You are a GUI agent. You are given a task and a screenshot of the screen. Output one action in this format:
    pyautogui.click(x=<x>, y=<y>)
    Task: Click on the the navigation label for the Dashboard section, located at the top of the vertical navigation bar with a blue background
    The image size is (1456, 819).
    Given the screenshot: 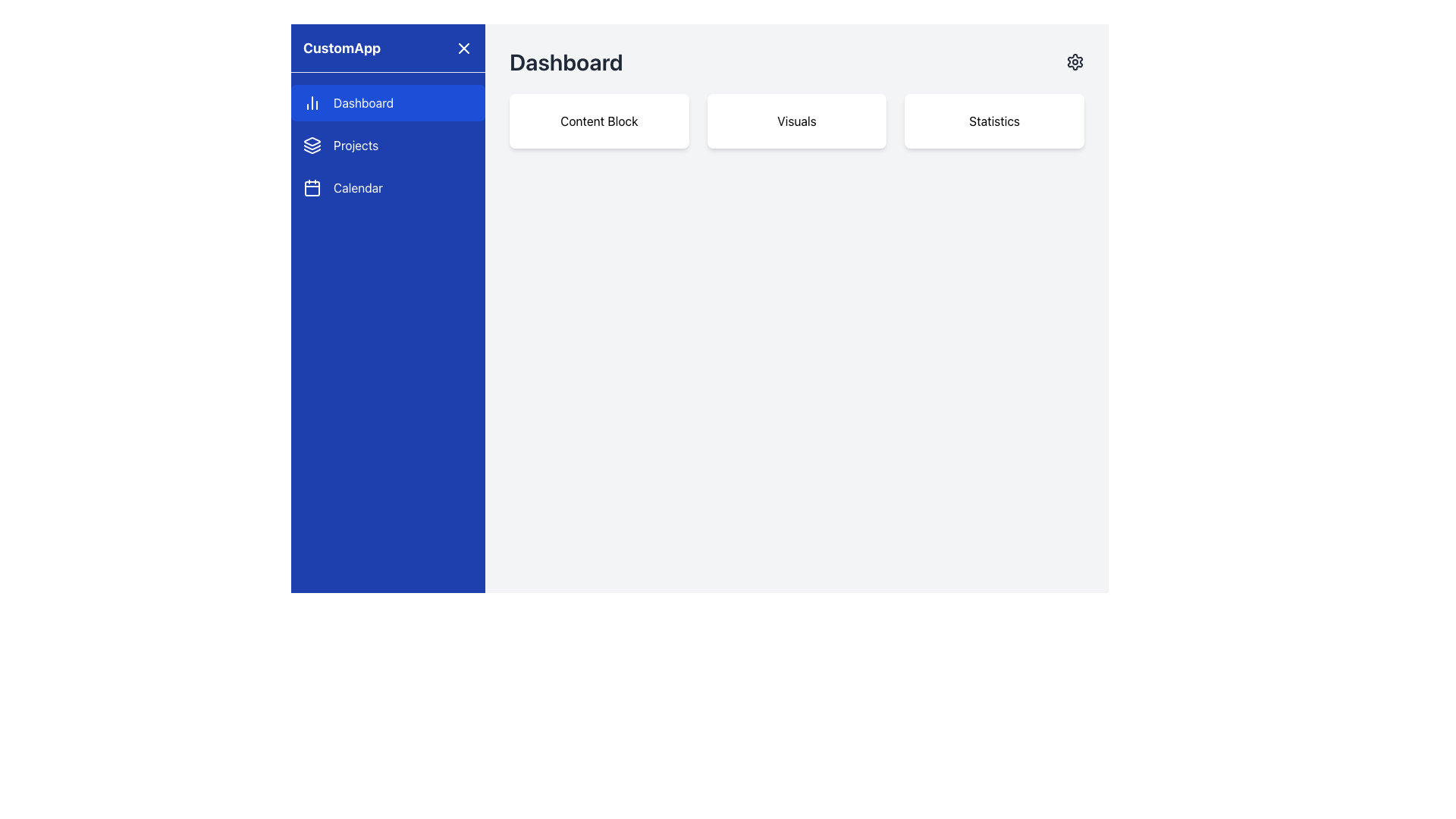 What is the action you would take?
    pyautogui.click(x=362, y=102)
    